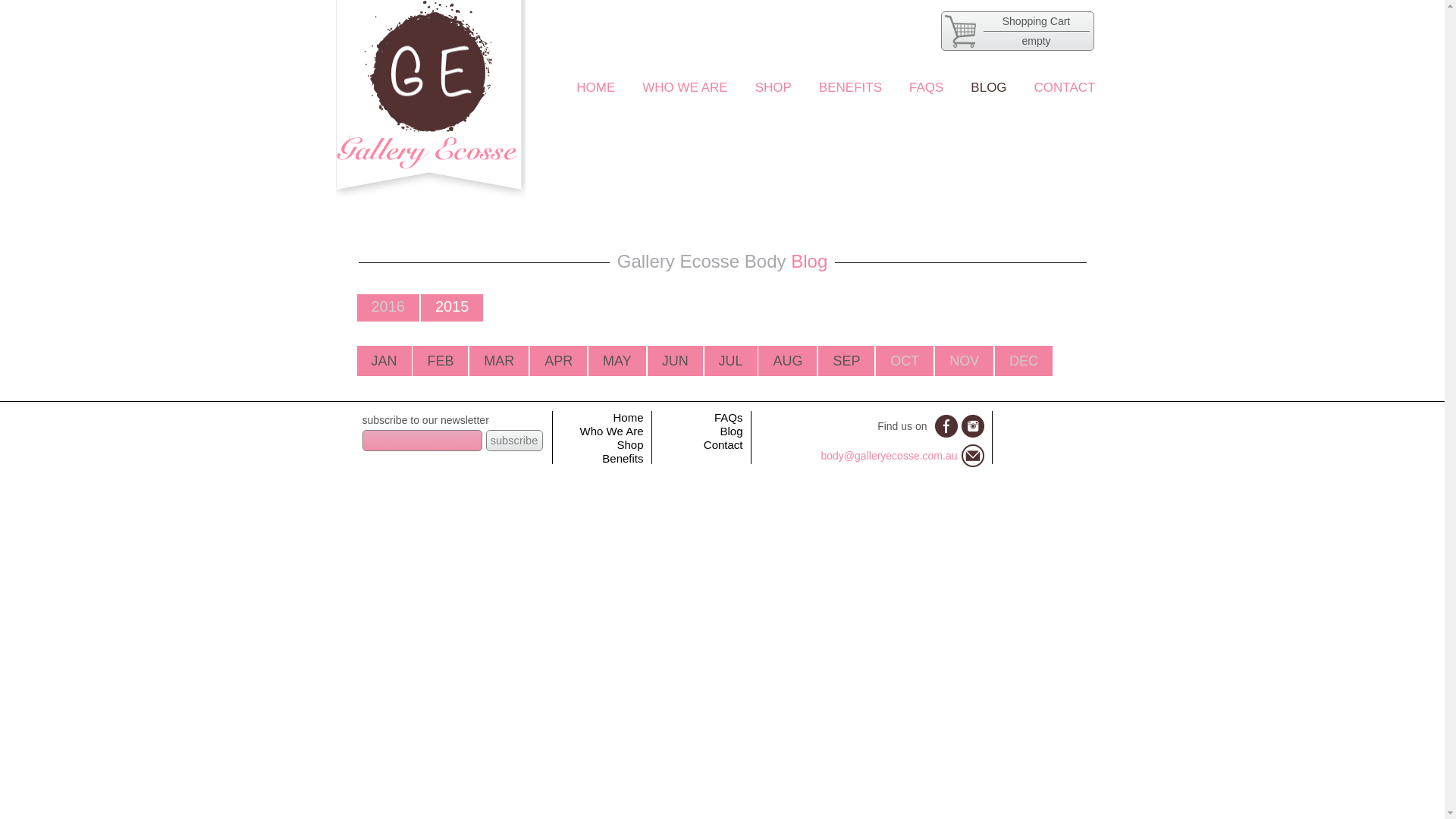 This screenshot has width=1456, height=819. Describe the element at coordinates (513, 441) in the screenshot. I see `'subscribe'` at that location.